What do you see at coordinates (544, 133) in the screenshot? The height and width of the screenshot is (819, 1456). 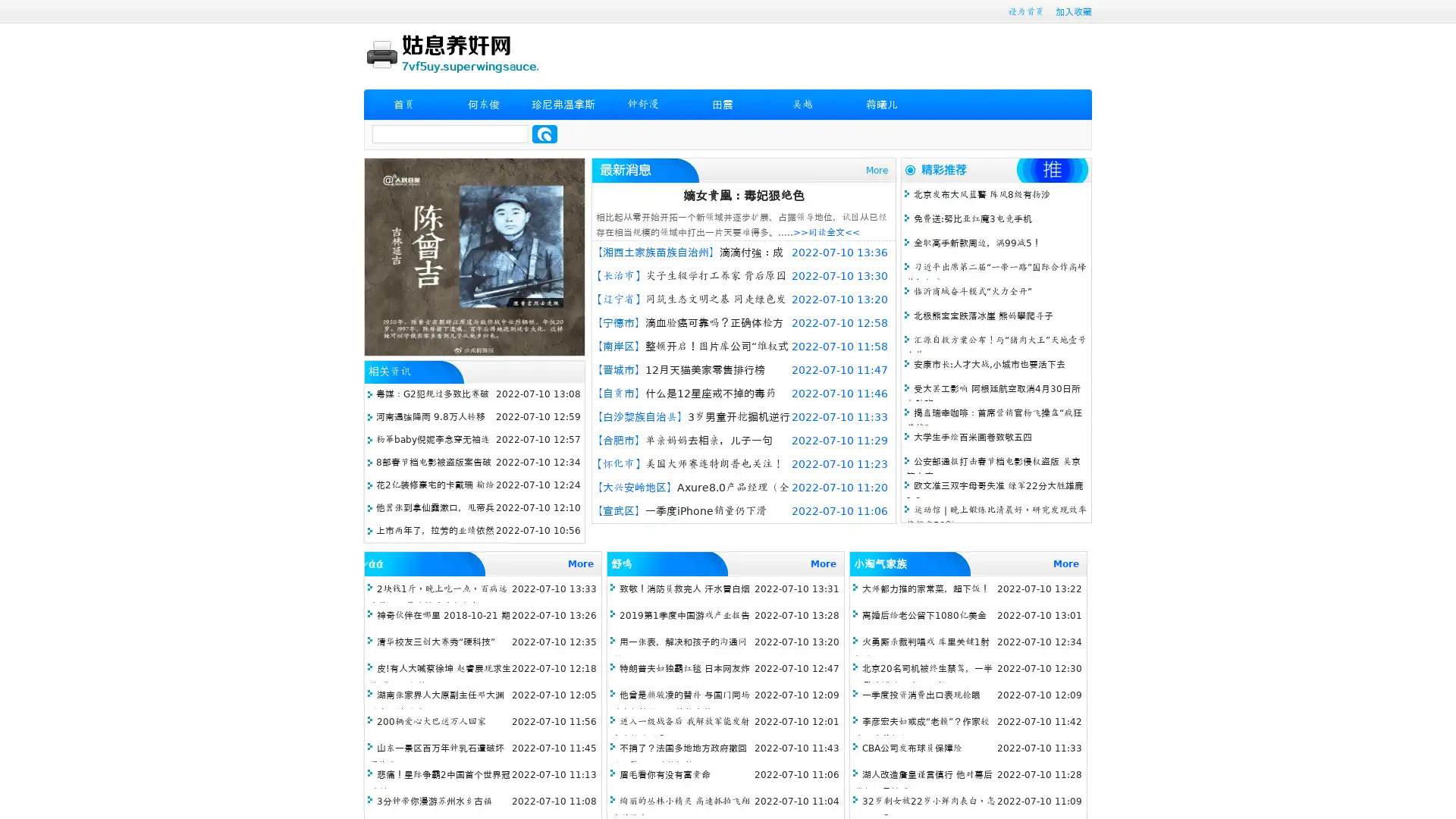 I see `Search` at bounding box center [544, 133].